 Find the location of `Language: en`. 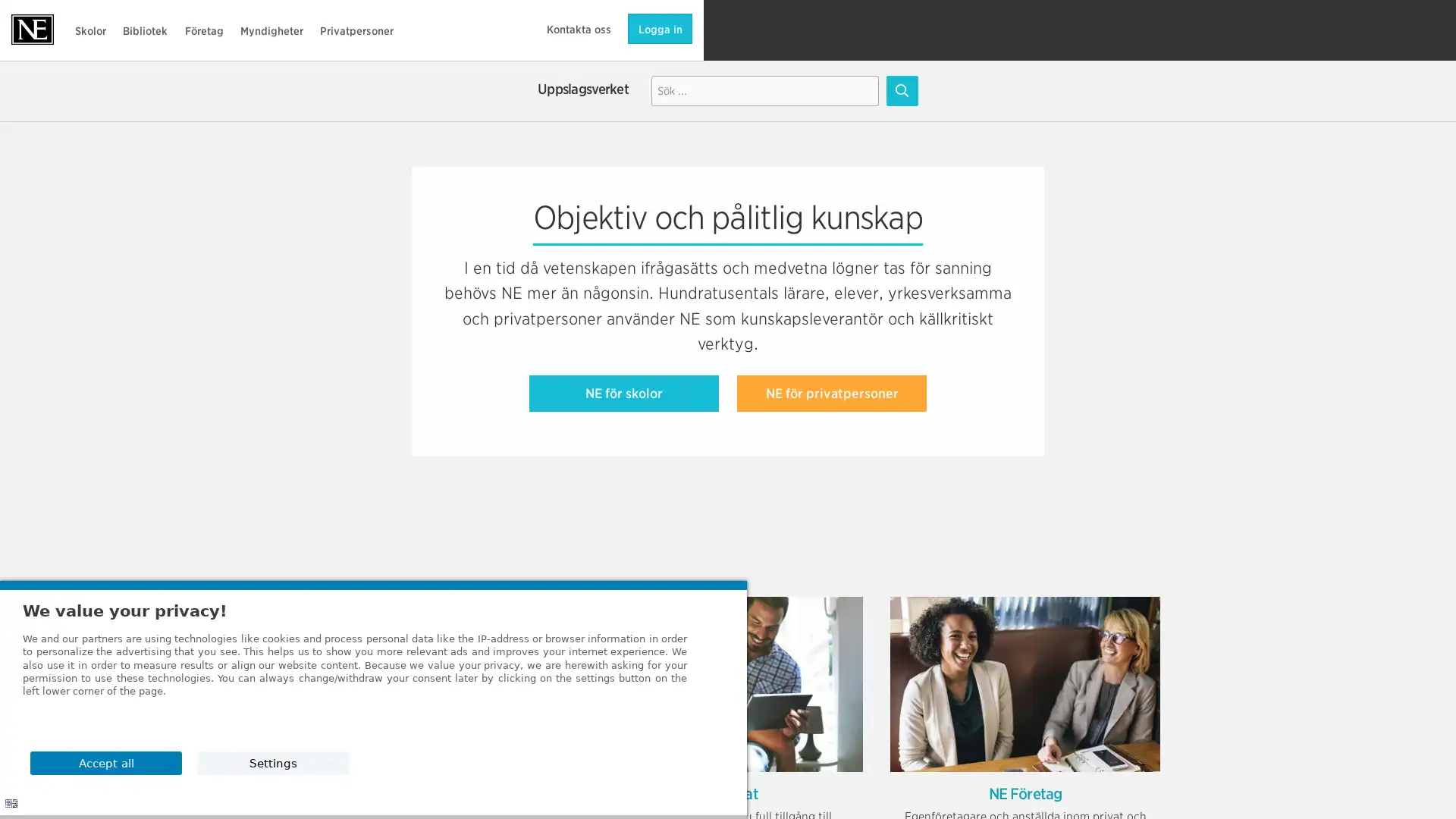

Language: en is located at coordinates (11, 802).